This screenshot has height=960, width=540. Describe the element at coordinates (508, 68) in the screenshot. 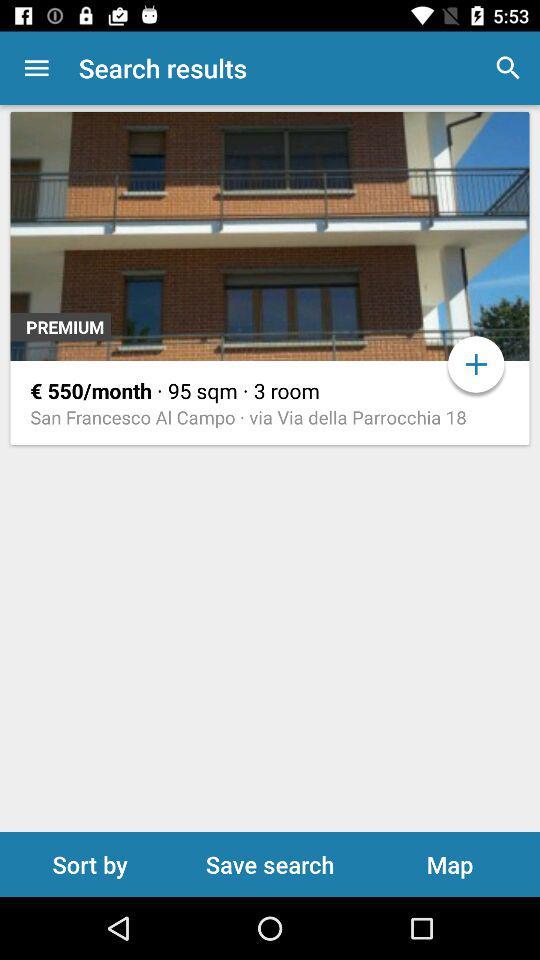

I see `the item to the right of the search results item` at that location.